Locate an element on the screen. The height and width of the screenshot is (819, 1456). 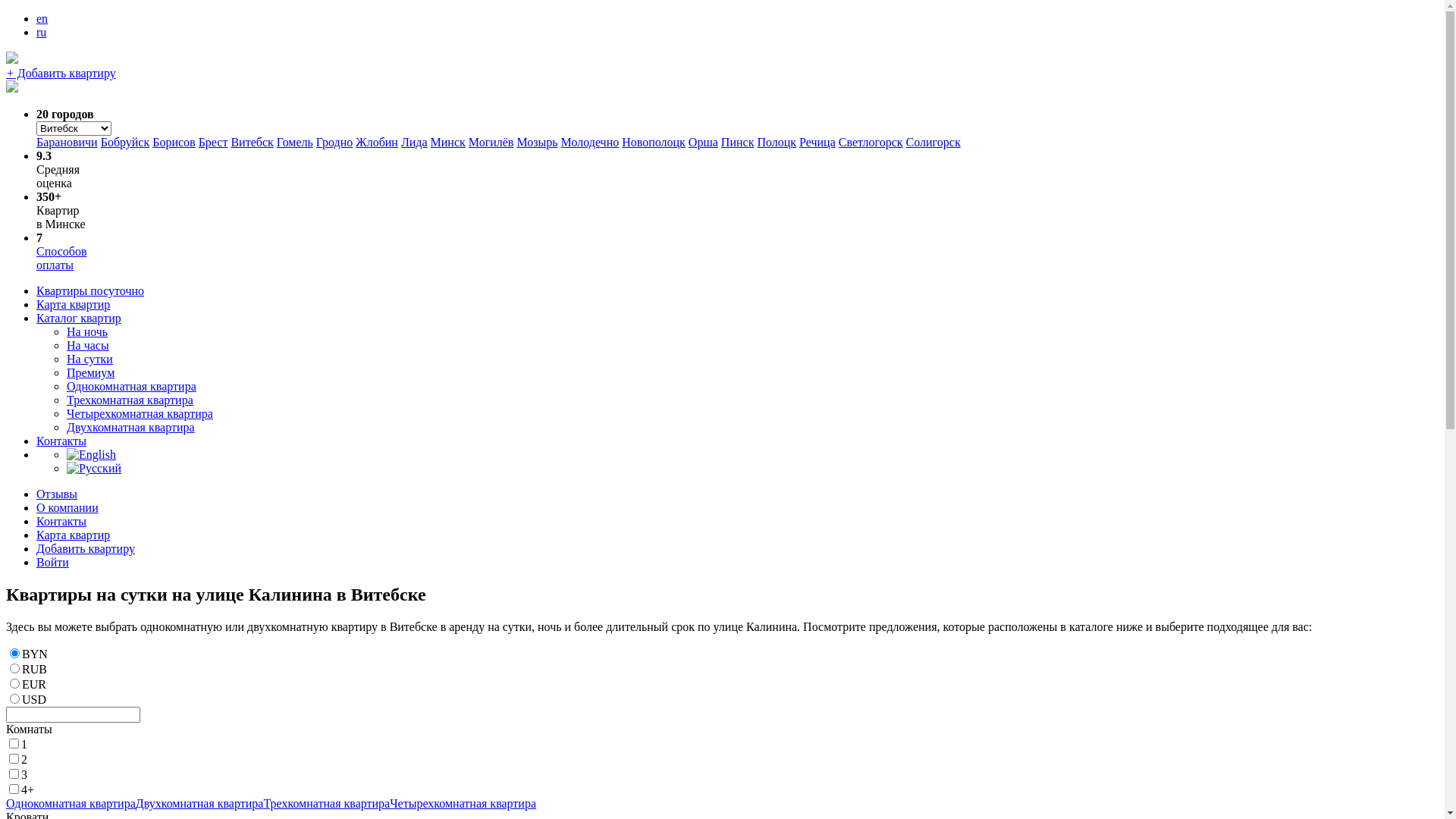
'en' is located at coordinates (42, 18).